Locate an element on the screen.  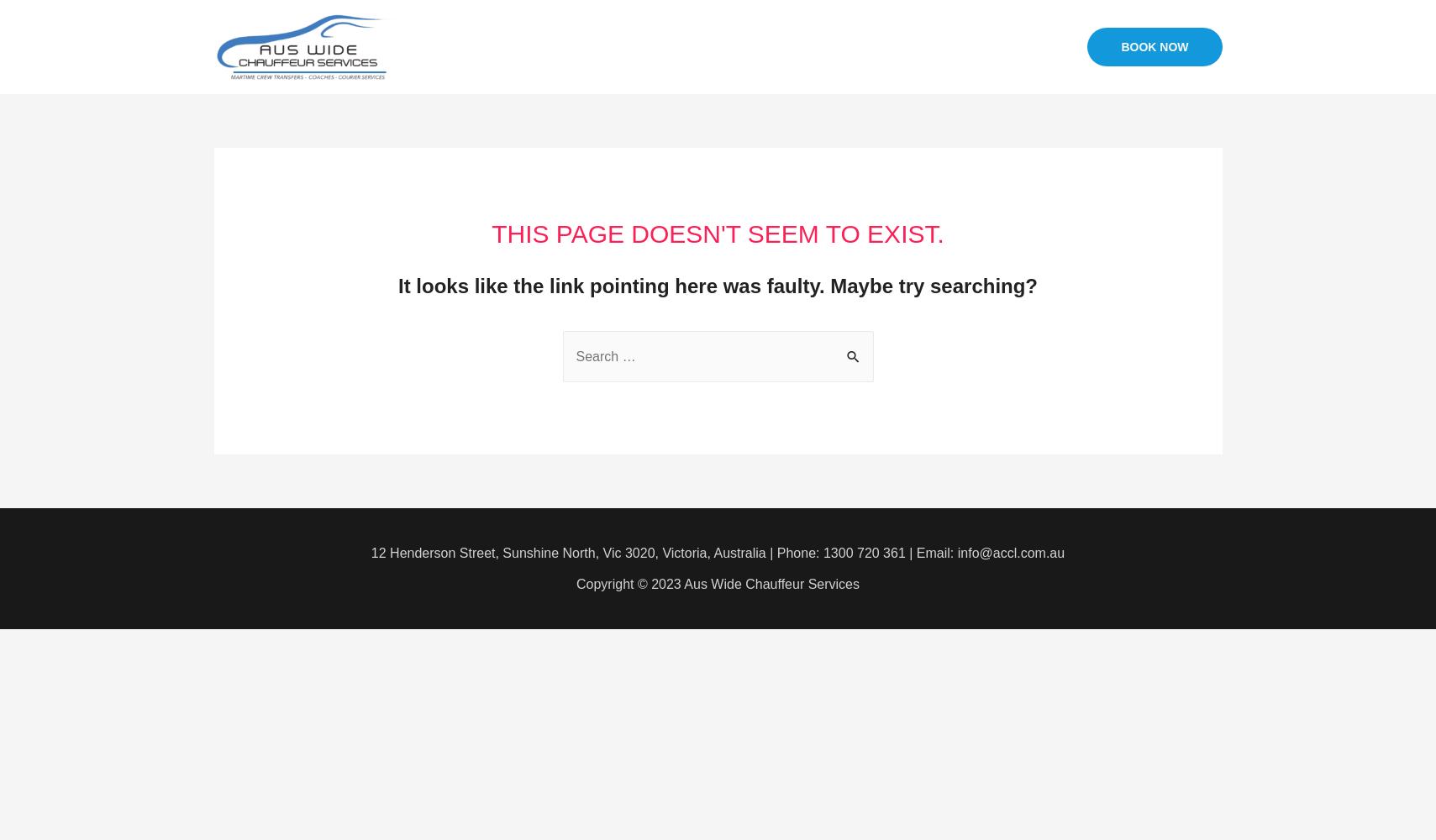
'ABOUT' is located at coordinates (737, 46).